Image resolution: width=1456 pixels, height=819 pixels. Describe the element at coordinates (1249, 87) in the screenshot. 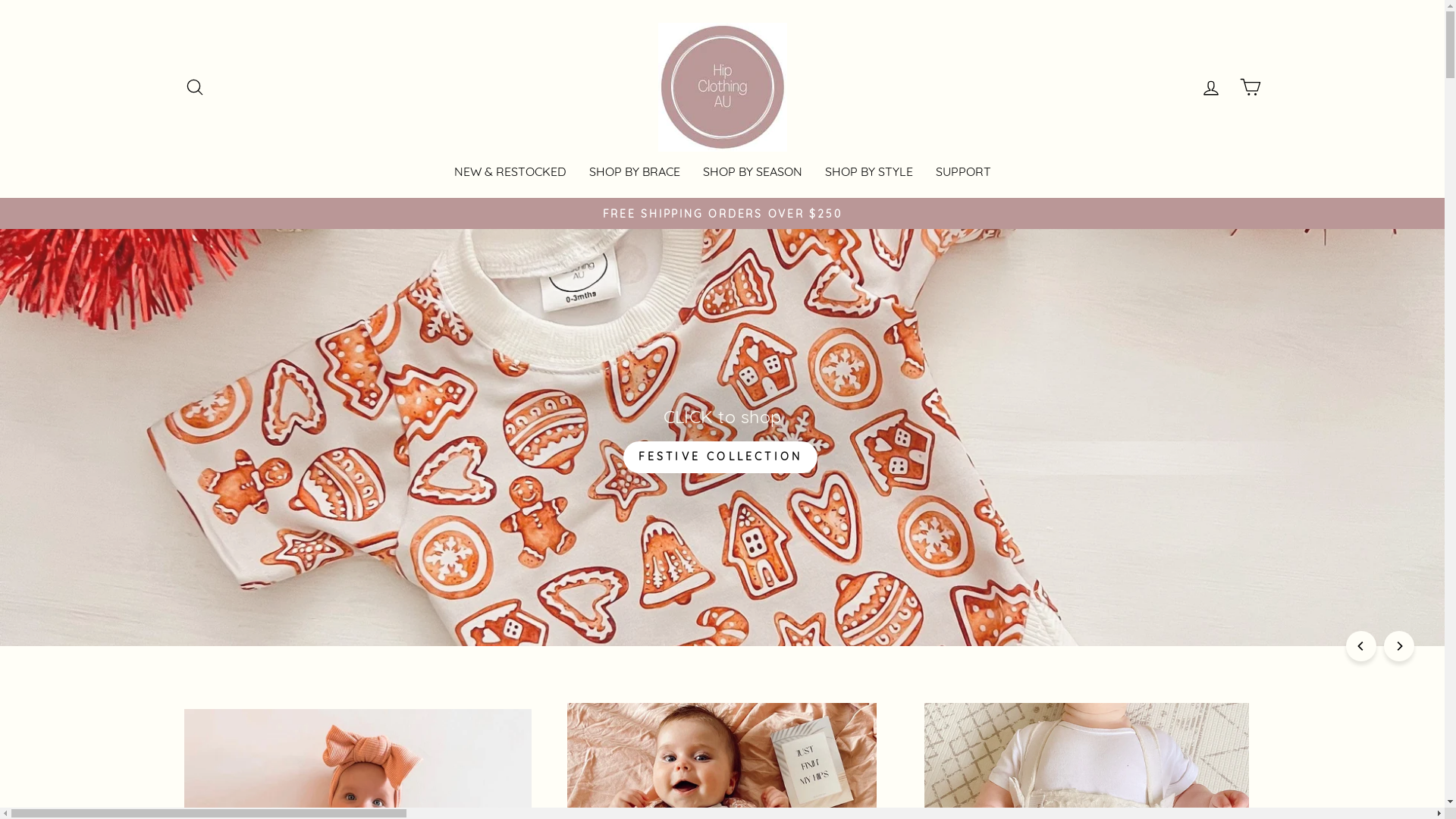

I see `'CART'` at that location.